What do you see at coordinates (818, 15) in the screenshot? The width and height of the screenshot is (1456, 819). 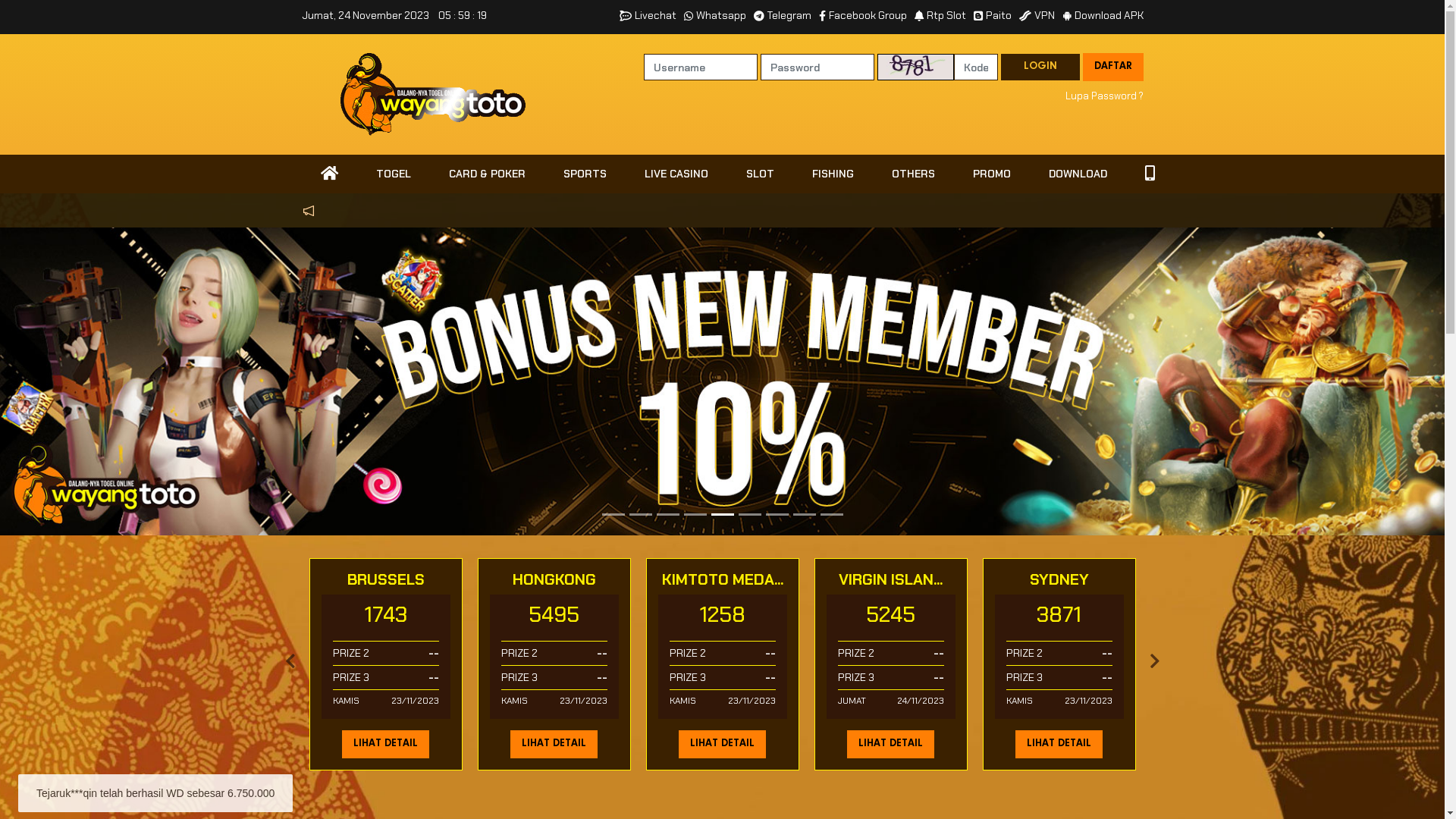 I see `'Facebook Group'` at bounding box center [818, 15].